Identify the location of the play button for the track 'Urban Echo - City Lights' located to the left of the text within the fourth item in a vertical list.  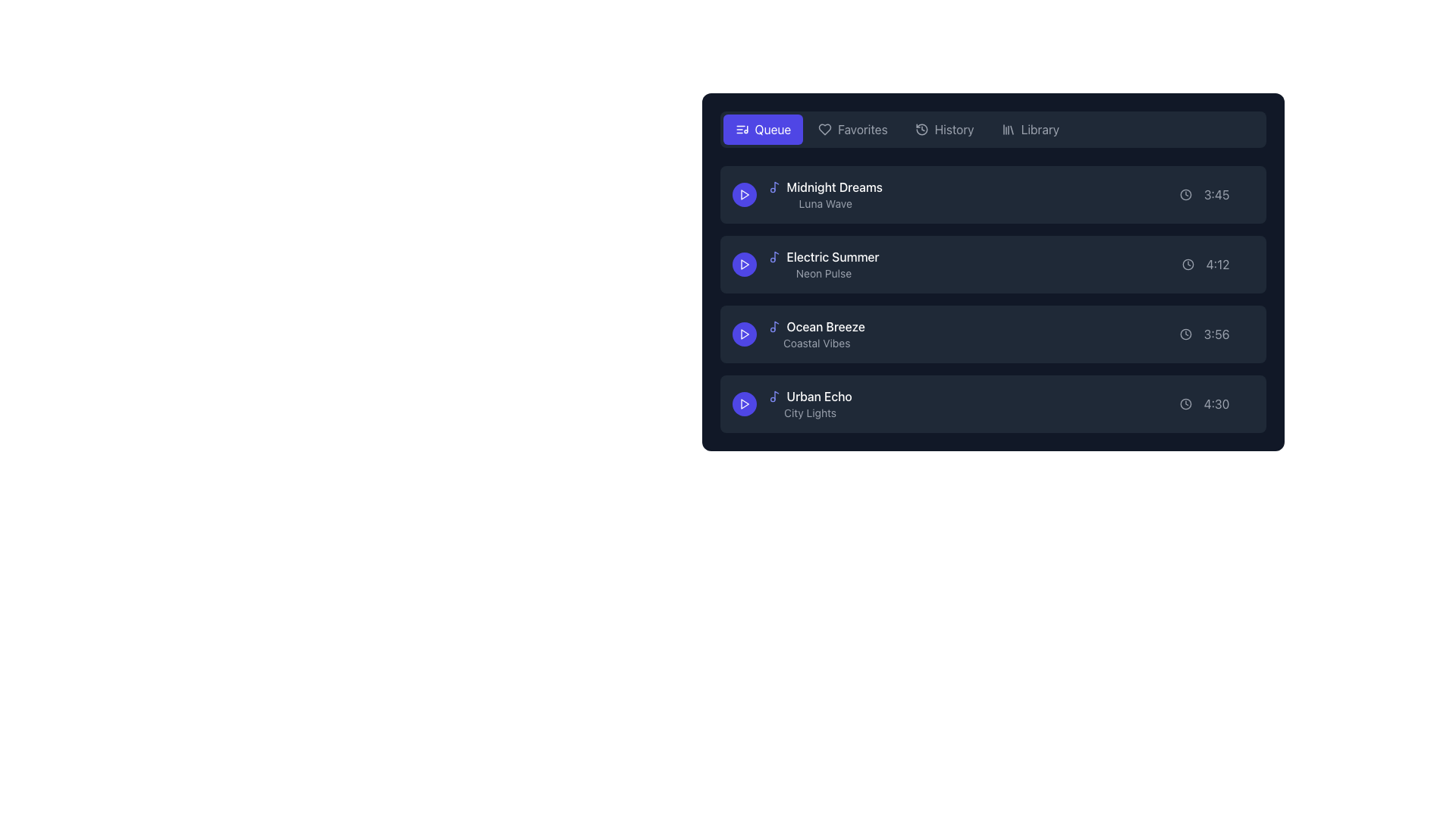
(744, 403).